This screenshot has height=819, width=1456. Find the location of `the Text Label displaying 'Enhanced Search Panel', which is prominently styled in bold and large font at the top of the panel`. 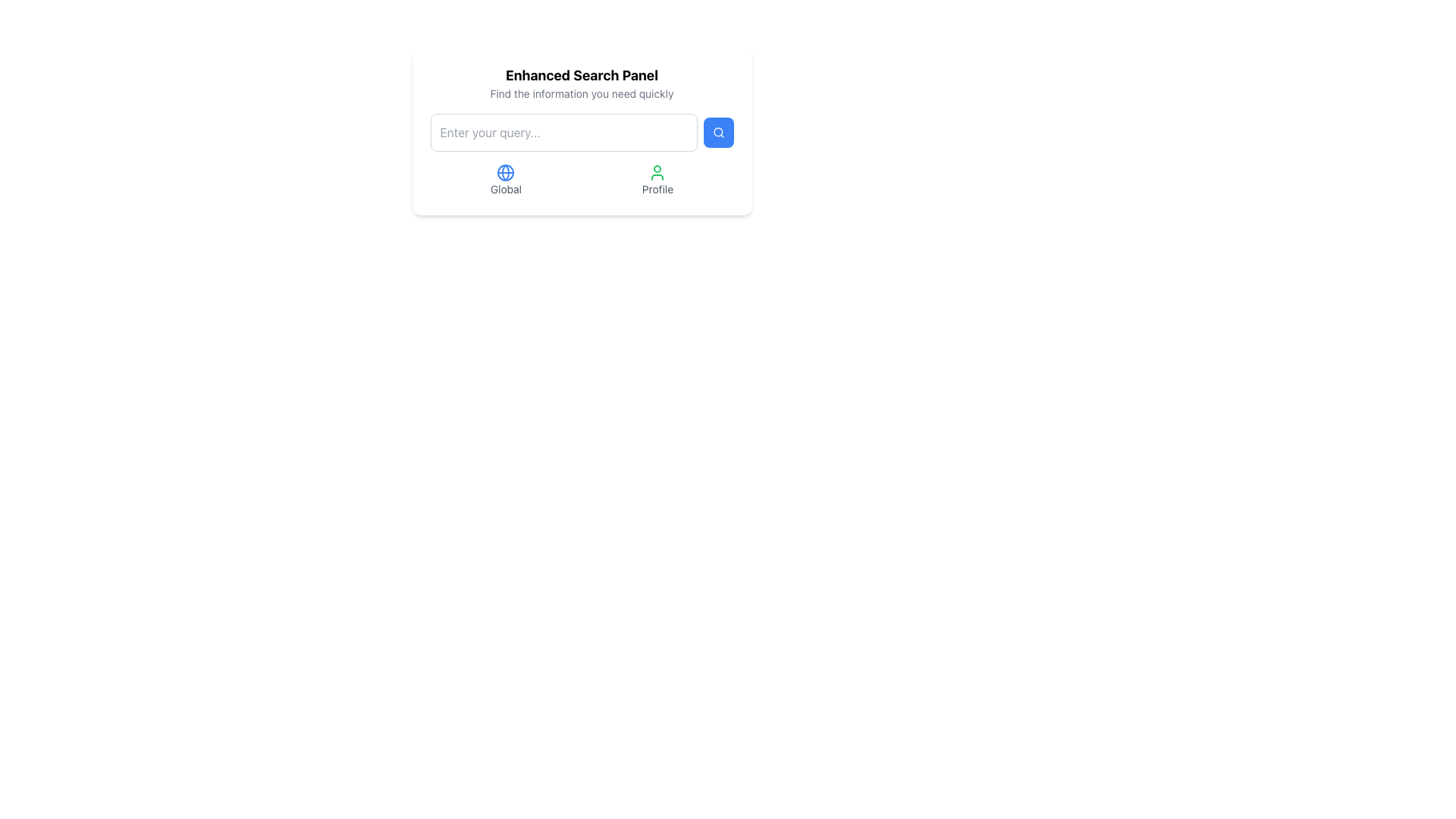

the Text Label displaying 'Enhanced Search Panel', which is prominently styled in bold and large font at the top of the panel is located at coordinates (581, 76).